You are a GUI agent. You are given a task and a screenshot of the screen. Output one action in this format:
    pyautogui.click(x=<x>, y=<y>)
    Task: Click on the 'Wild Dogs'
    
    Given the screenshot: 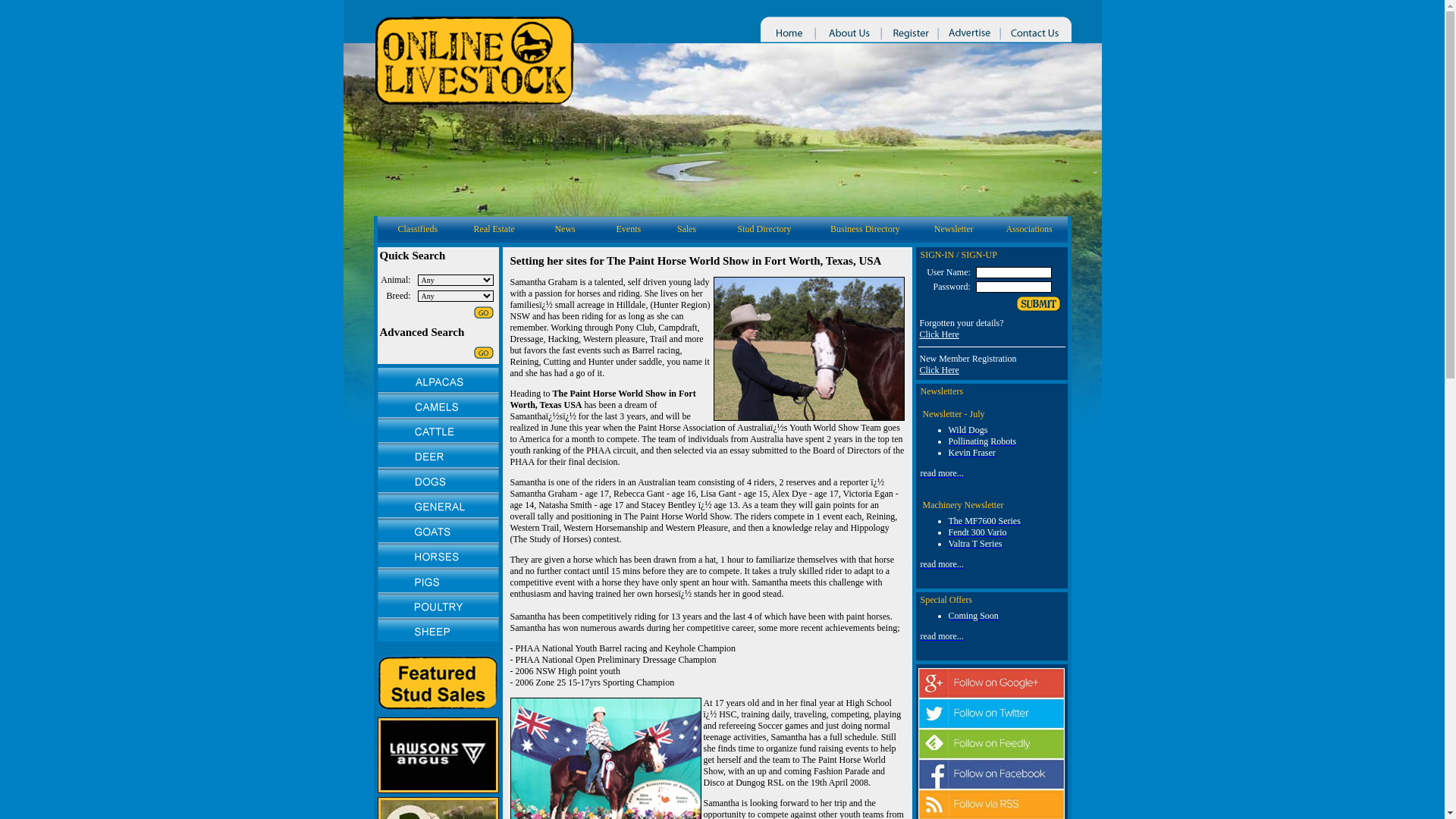 What is the action you would take?
    pyautogui.click(x=967, y=430)
    